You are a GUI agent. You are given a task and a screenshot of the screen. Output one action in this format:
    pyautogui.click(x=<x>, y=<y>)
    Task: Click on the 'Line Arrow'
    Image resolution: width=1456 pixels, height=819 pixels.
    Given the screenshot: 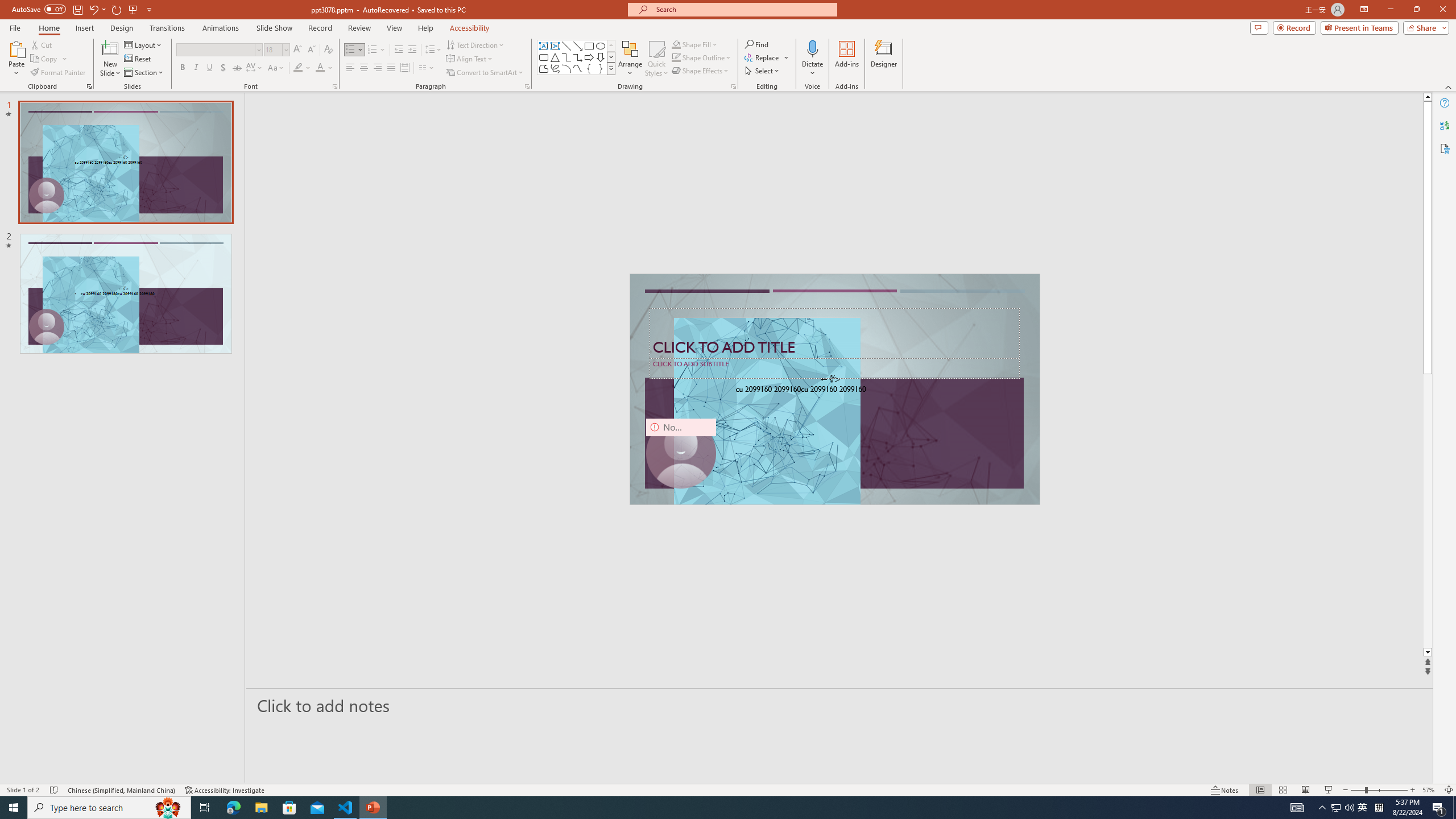 What is the action you would take?
    pyautogui.click(x=577, y=45)
    